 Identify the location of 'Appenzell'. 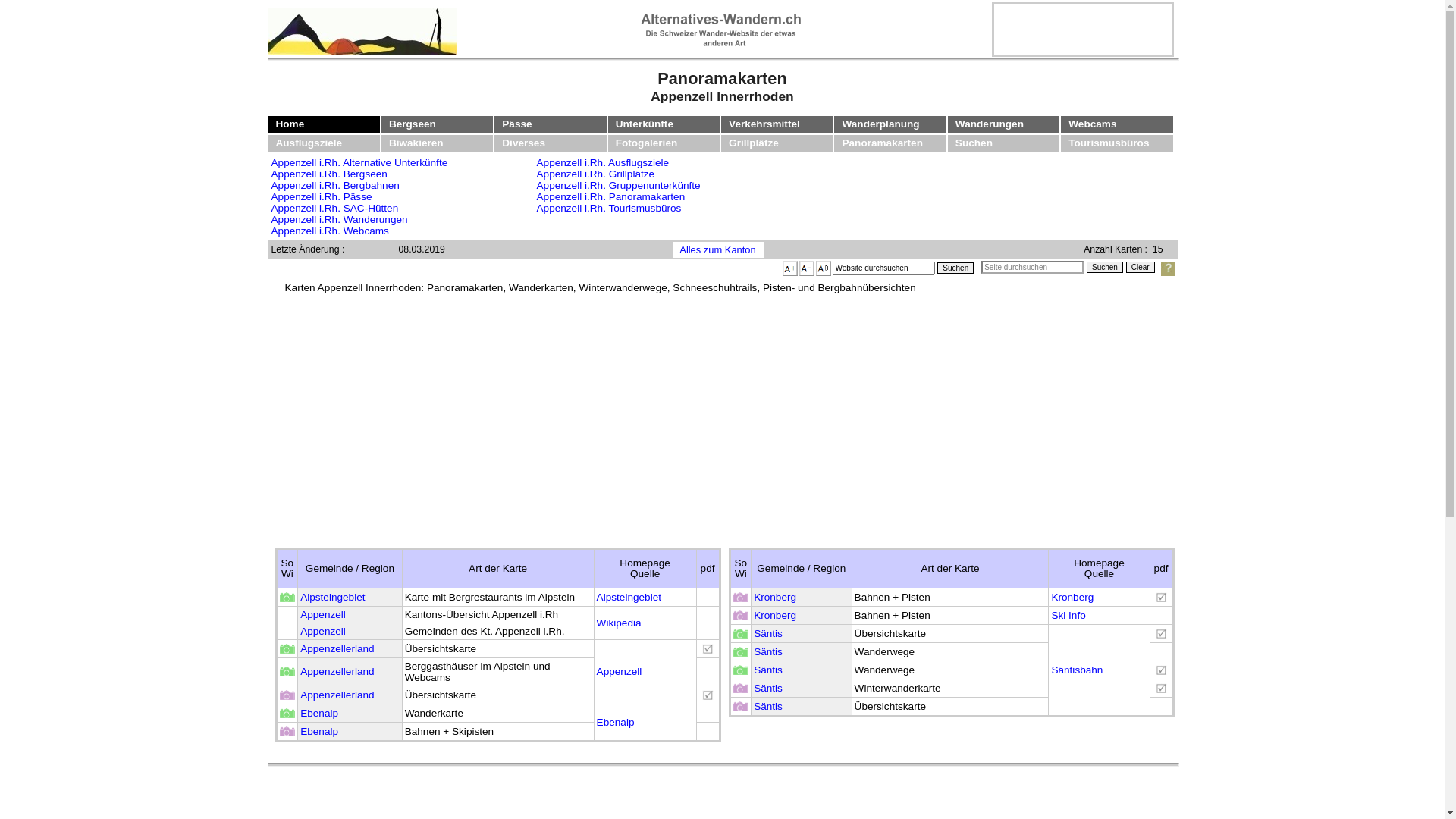
(322, 631).